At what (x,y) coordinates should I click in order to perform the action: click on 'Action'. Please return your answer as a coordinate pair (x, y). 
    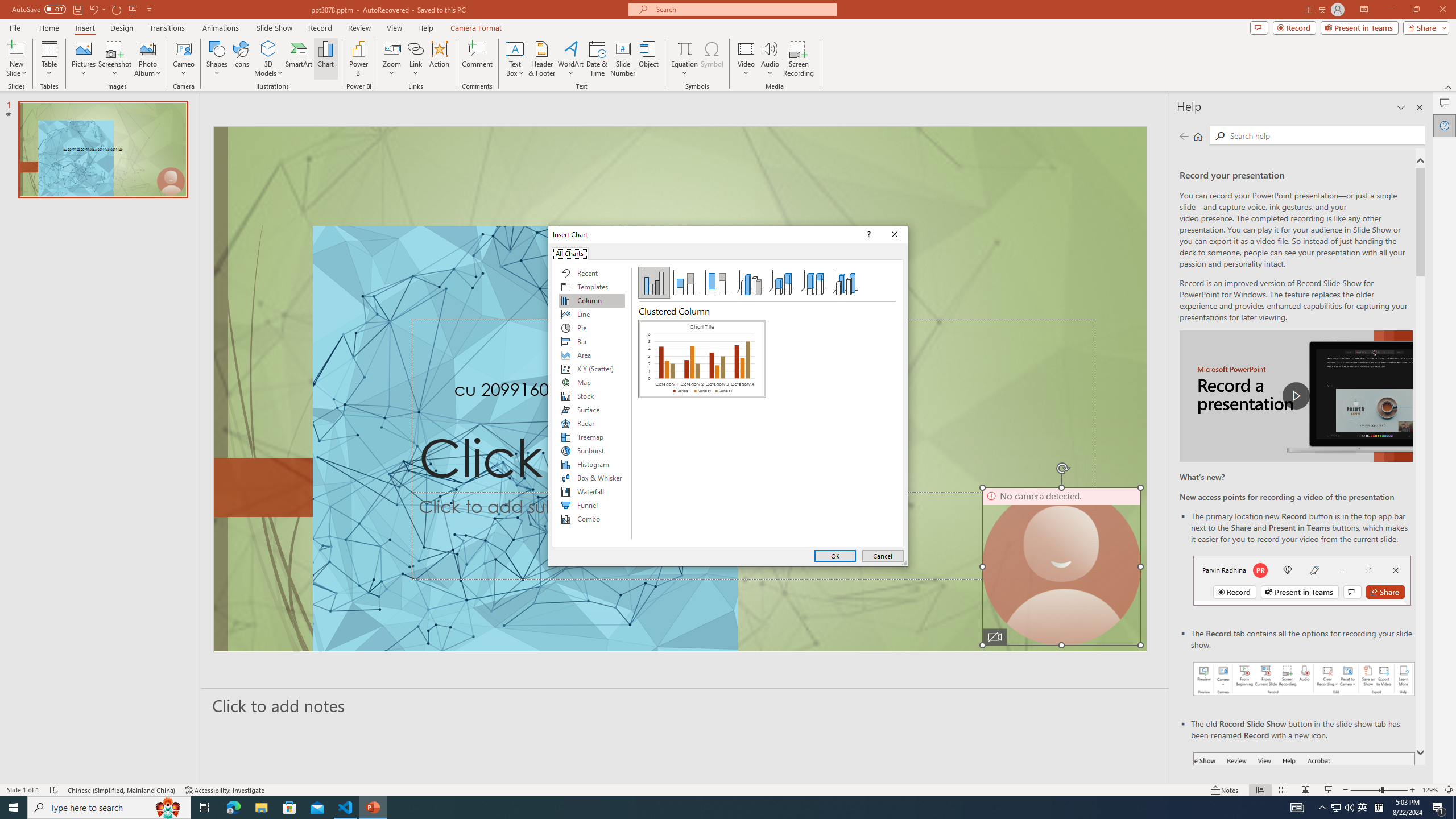
    Looking at the image, I should click on (440, 59).